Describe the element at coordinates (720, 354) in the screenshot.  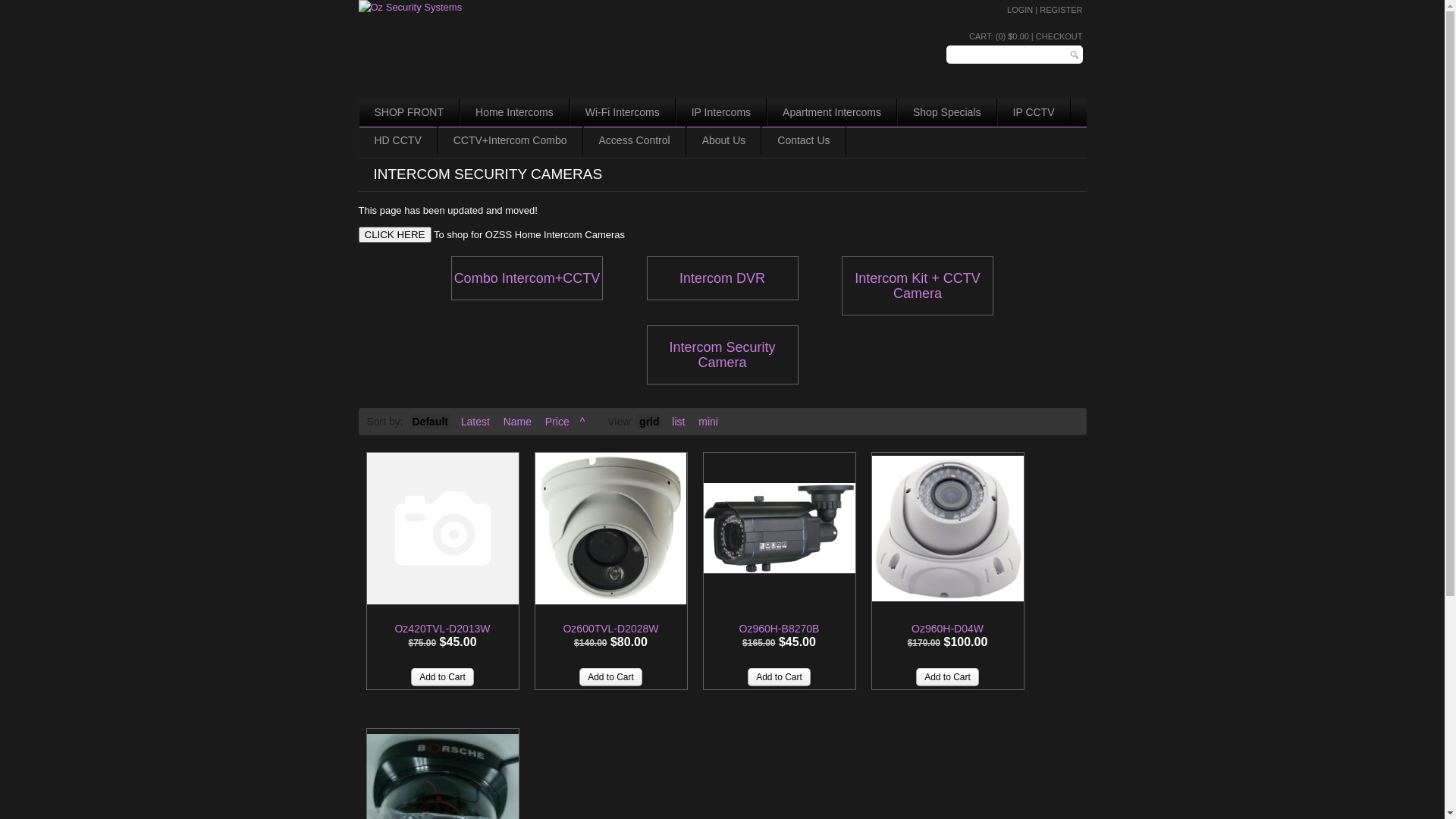
I see `'Intercom Security Camera'` at that location.